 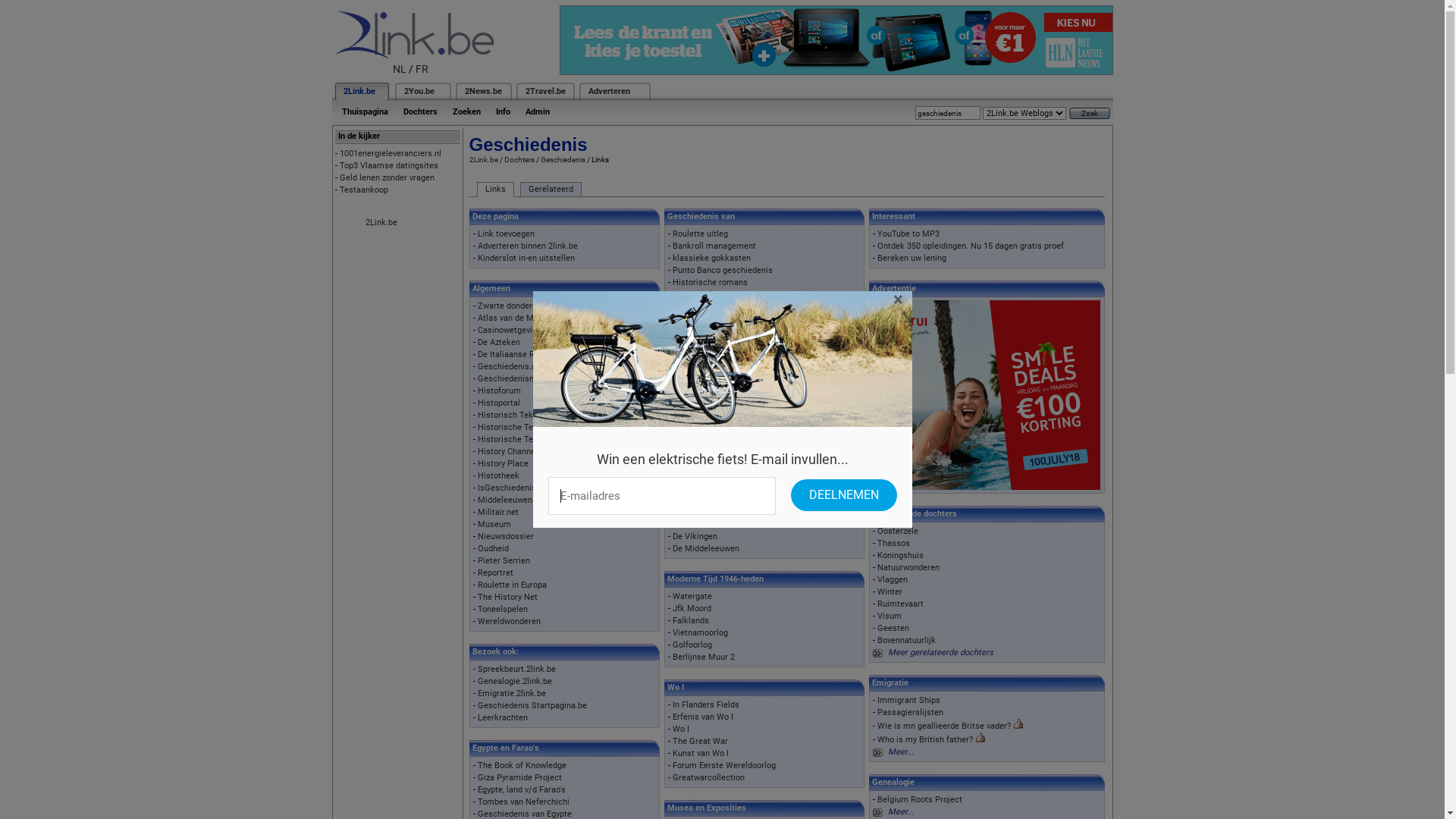 I want to click on 'Visum', so click(x=877, y=616).